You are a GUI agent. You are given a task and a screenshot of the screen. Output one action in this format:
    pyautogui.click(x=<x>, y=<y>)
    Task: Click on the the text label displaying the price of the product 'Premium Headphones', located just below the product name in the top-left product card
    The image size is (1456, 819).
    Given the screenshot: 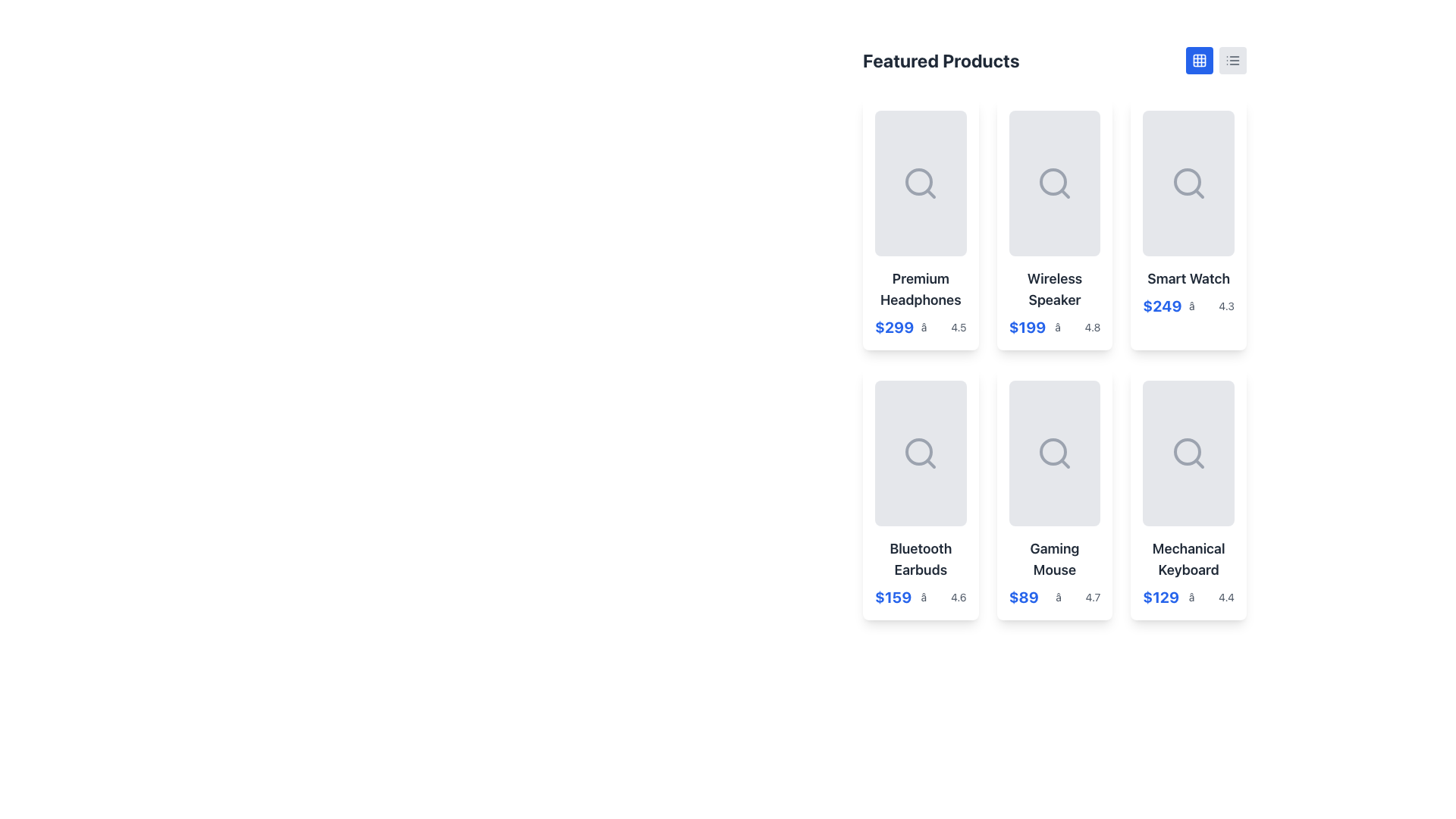 What is the action you would take?
    pyautogui.click(x=894, y=327)
    